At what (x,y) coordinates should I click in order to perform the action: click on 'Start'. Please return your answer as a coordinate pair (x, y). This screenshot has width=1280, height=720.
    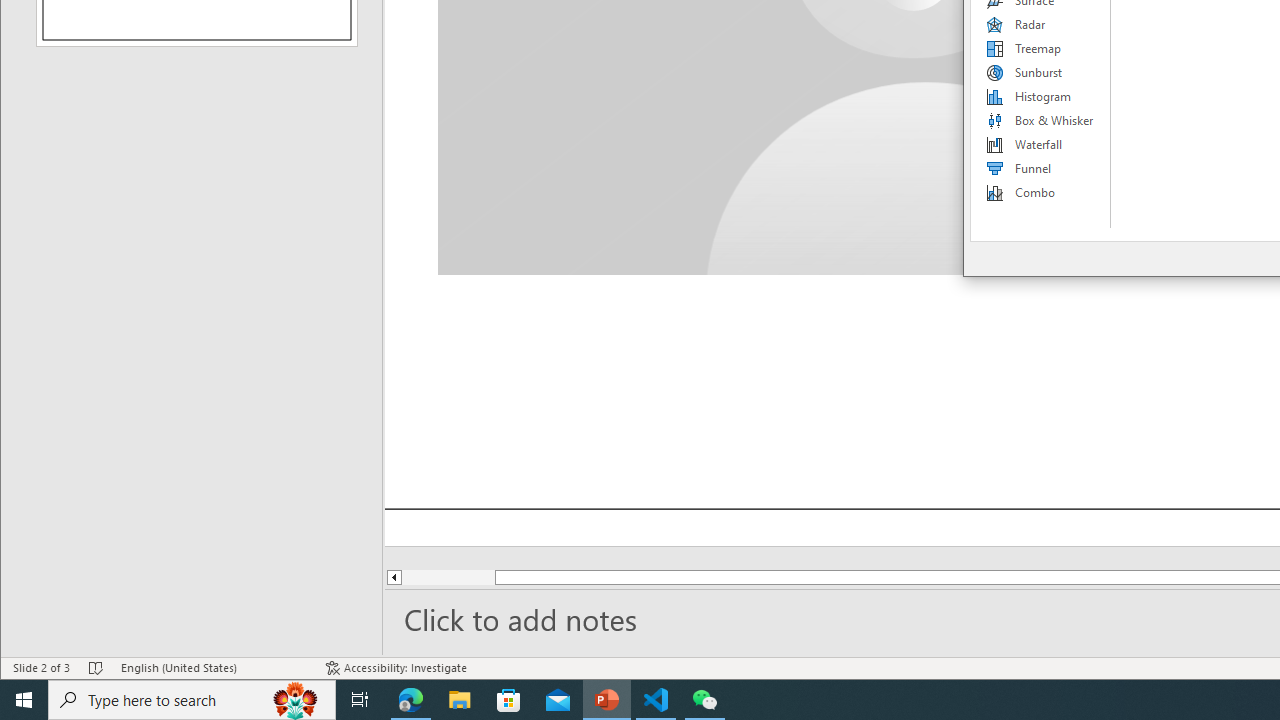
    Looking at the image, I should click on (24, 698).